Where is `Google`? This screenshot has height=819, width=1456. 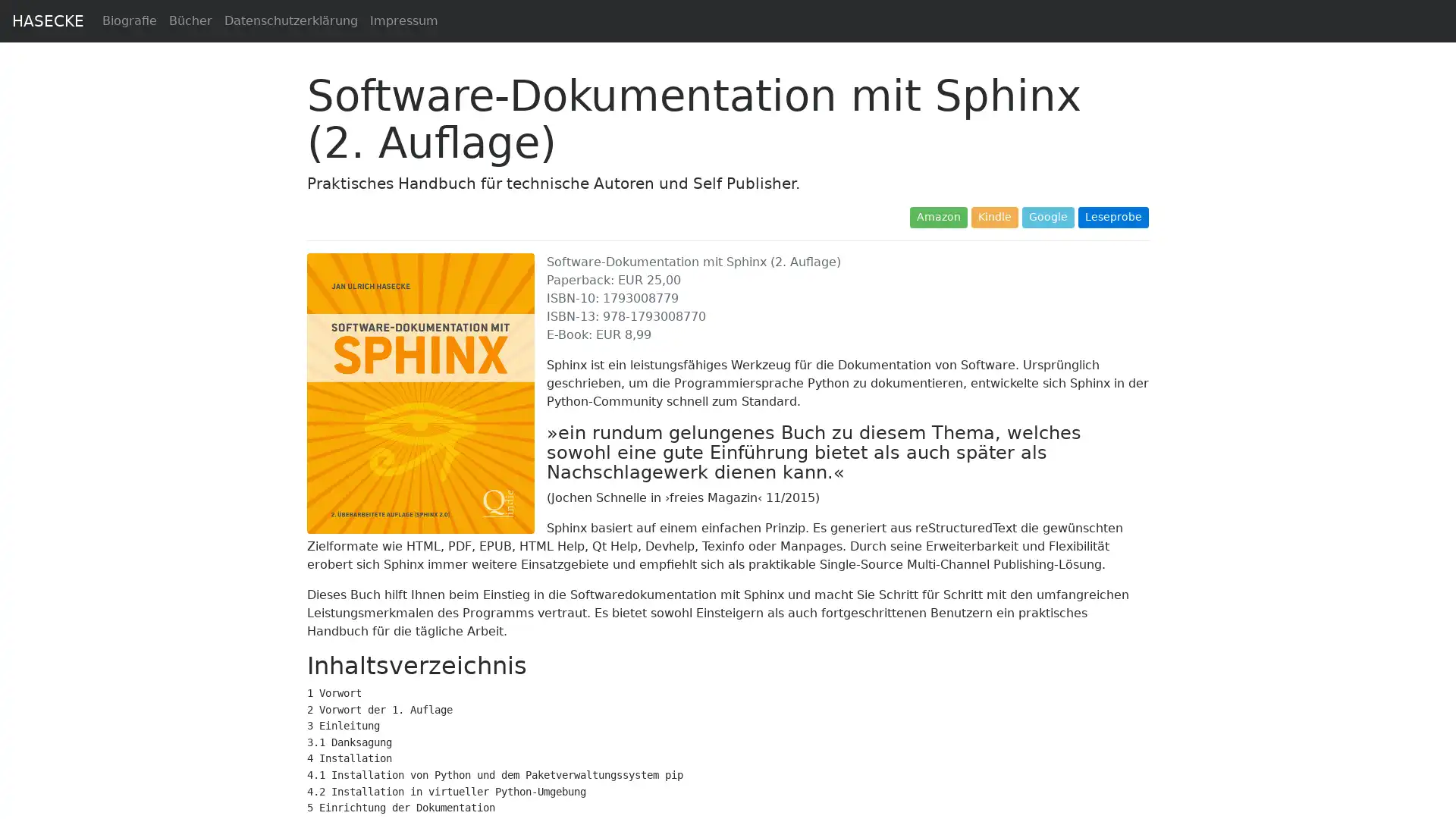
Google is located at coordinates (1047, 217).